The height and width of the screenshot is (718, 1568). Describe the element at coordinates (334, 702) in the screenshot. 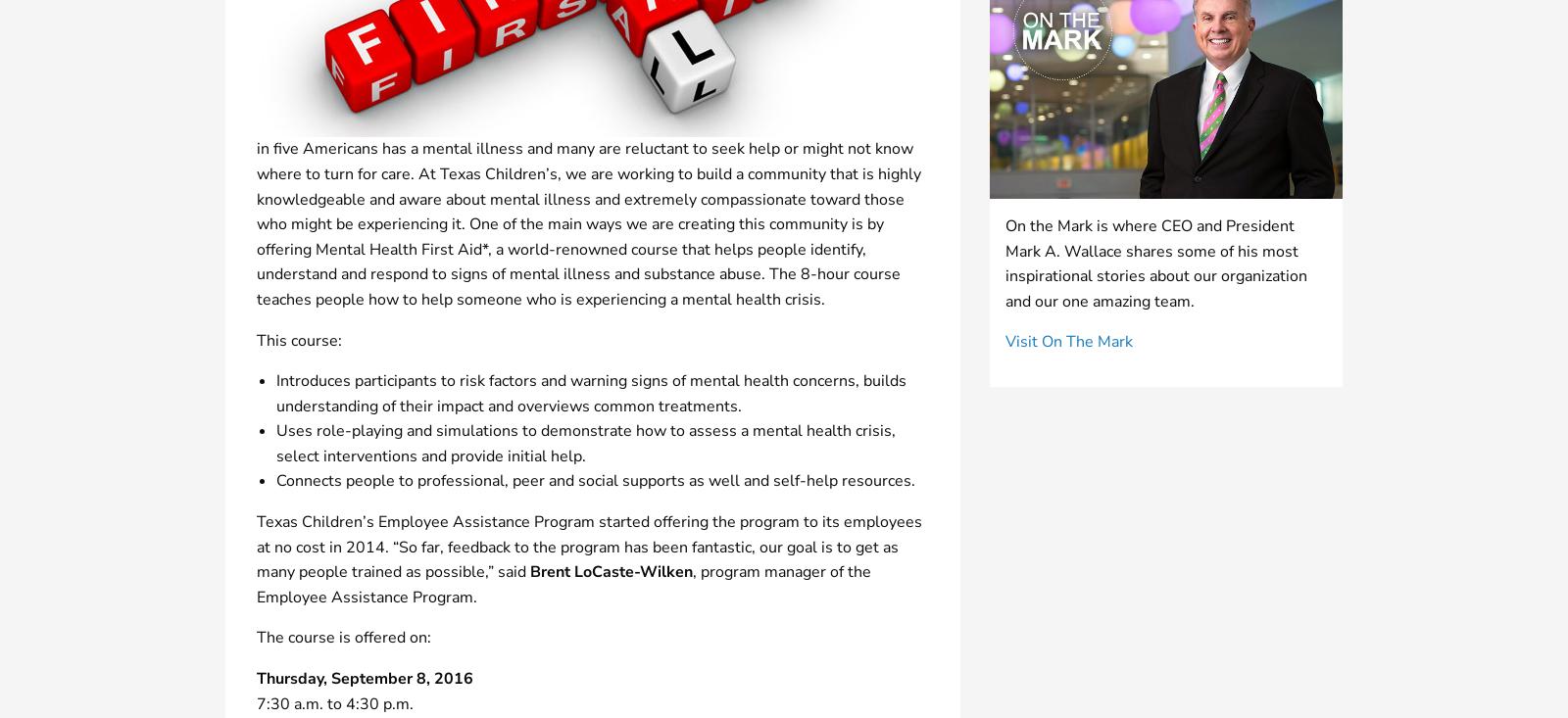

I see `'7:30 a.m. to 4:30 p.m.'` at that location.